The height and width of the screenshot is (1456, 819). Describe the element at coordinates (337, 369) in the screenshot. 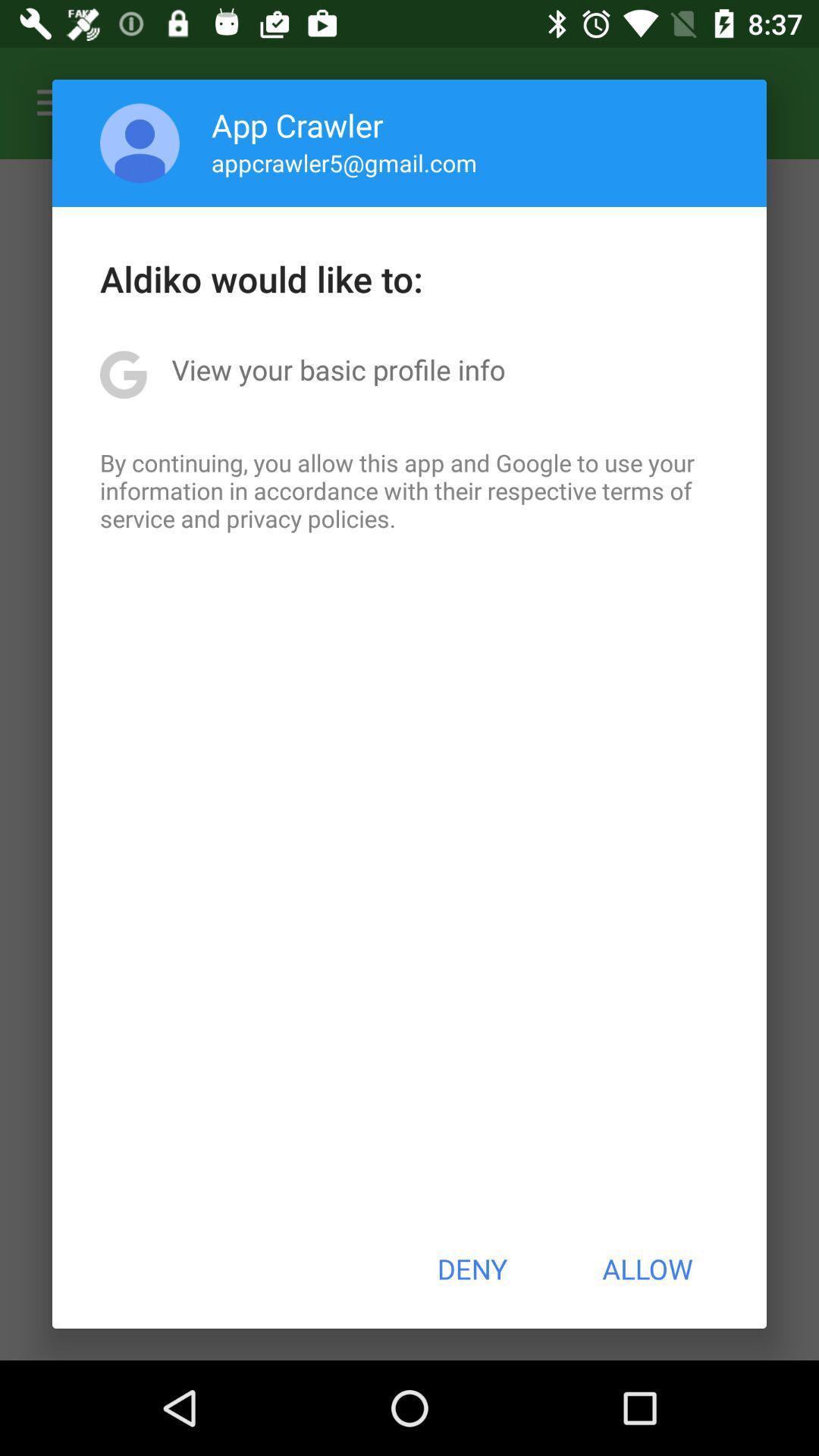

I see `the view your basic app` at that location.